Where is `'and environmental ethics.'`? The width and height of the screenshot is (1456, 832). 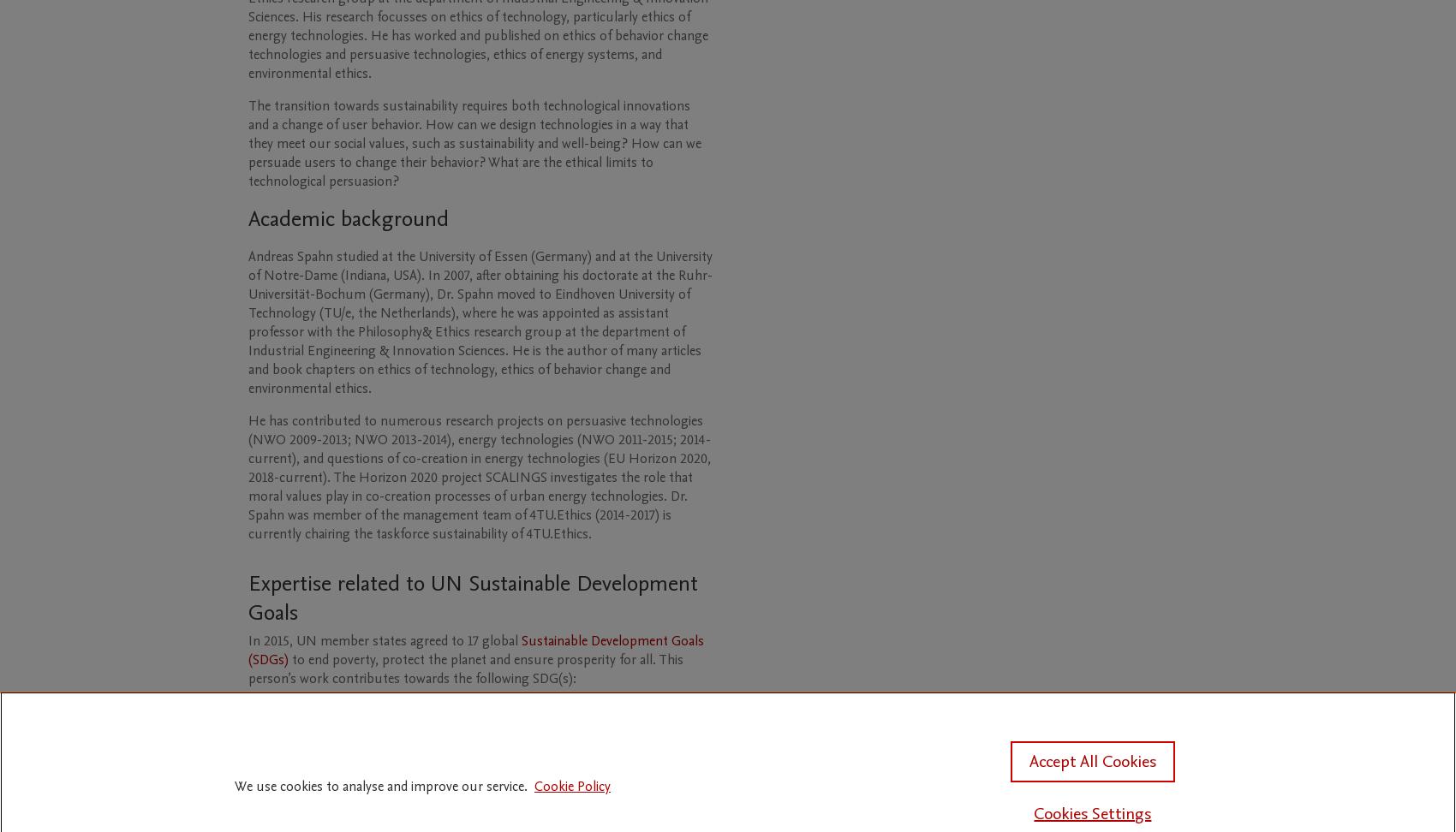
'and environmental ethics.' is located at coordinates (455, 62).